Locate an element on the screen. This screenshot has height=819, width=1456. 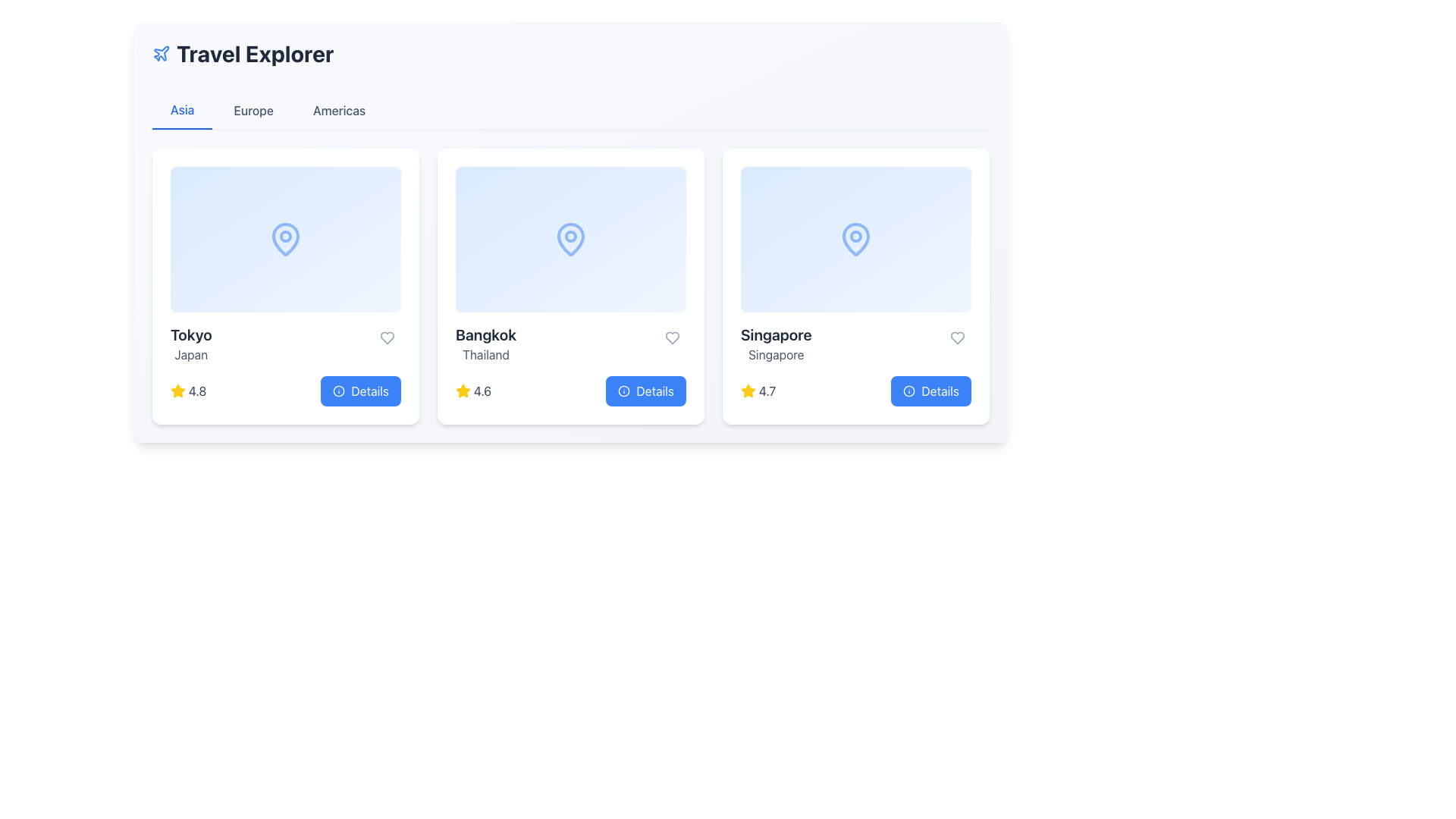
central circular vector graphic of the information icon integrated within the 'Details' button for the Singapore card by clicking on it is located at coordinates (909, 391).